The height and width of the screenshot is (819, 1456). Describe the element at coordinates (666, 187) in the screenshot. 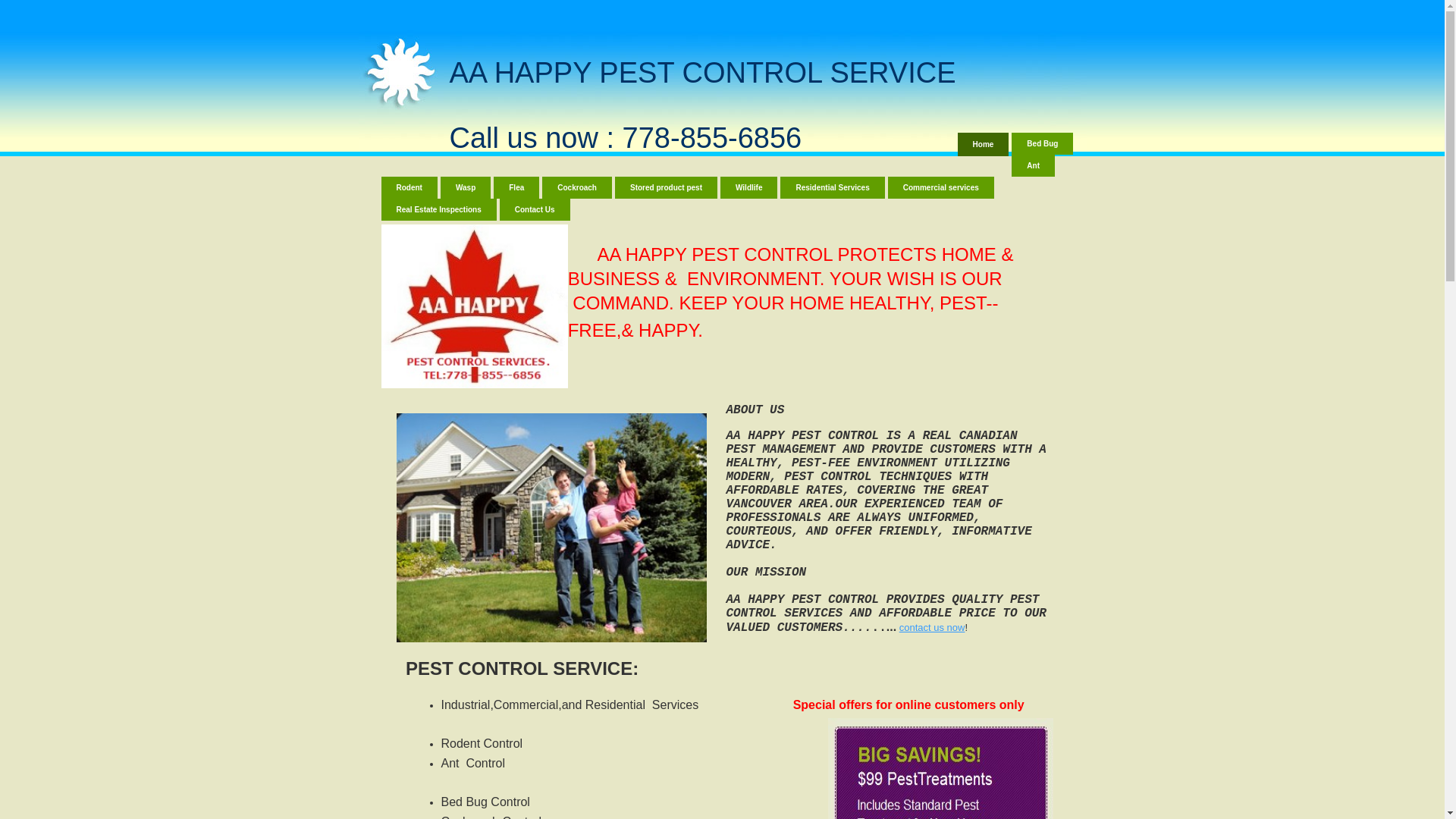

I see `'Stored product pest'` at that location.